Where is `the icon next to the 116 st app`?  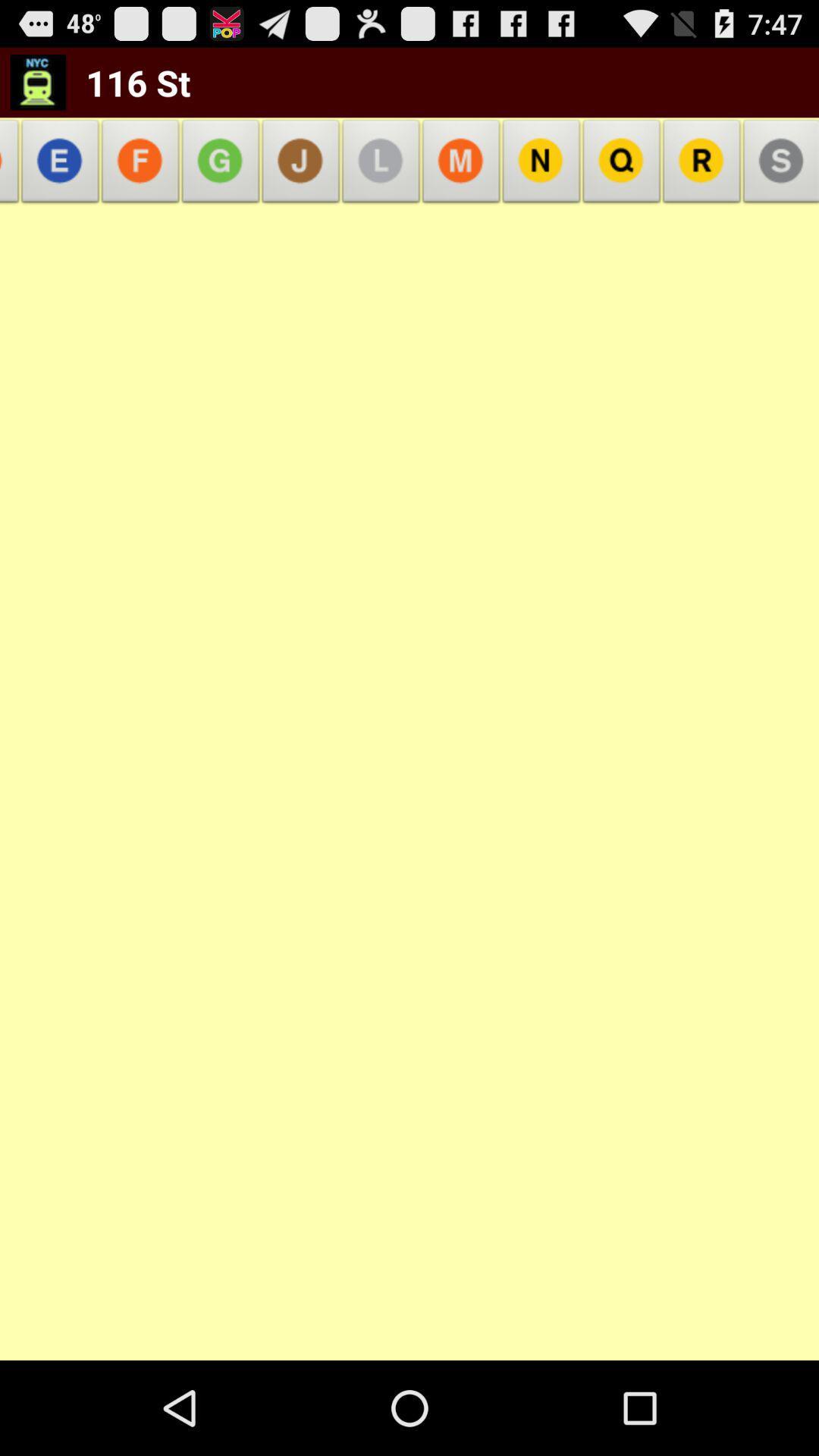 the icon next to the 116 st app is located at coordinates (37, 81).